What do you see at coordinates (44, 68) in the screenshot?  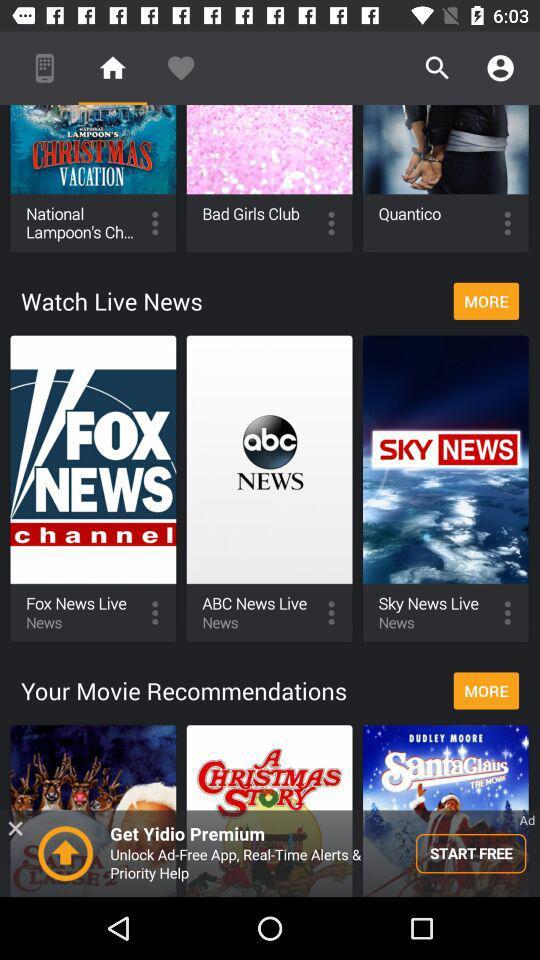 I see `the mobile option on the top left corner` at bounding box center [44, 68].